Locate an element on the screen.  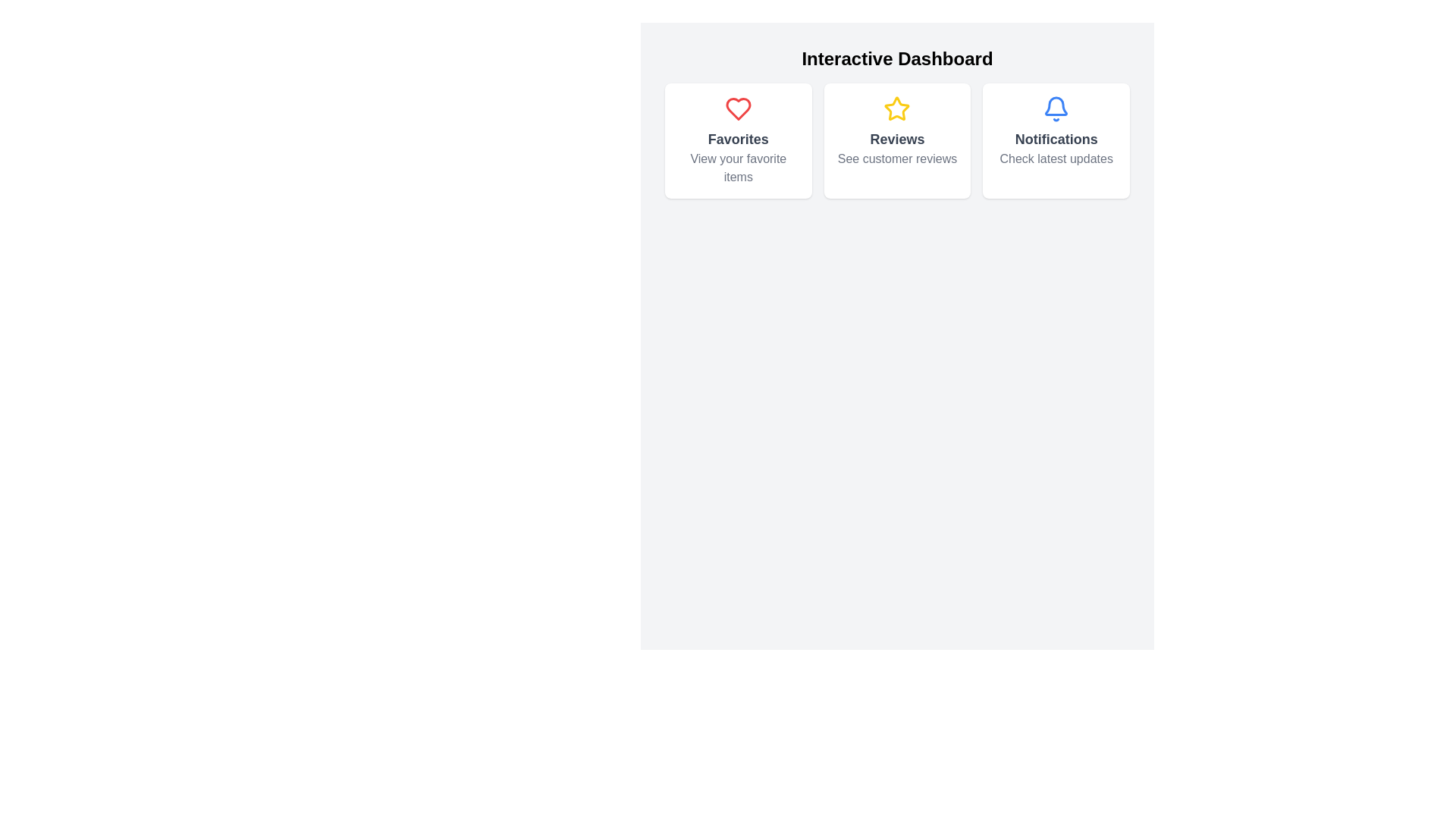
the middle card in the three-card grid layout that displays customer reviews by moving the cursor to its center is located at coordinates (897, 140).